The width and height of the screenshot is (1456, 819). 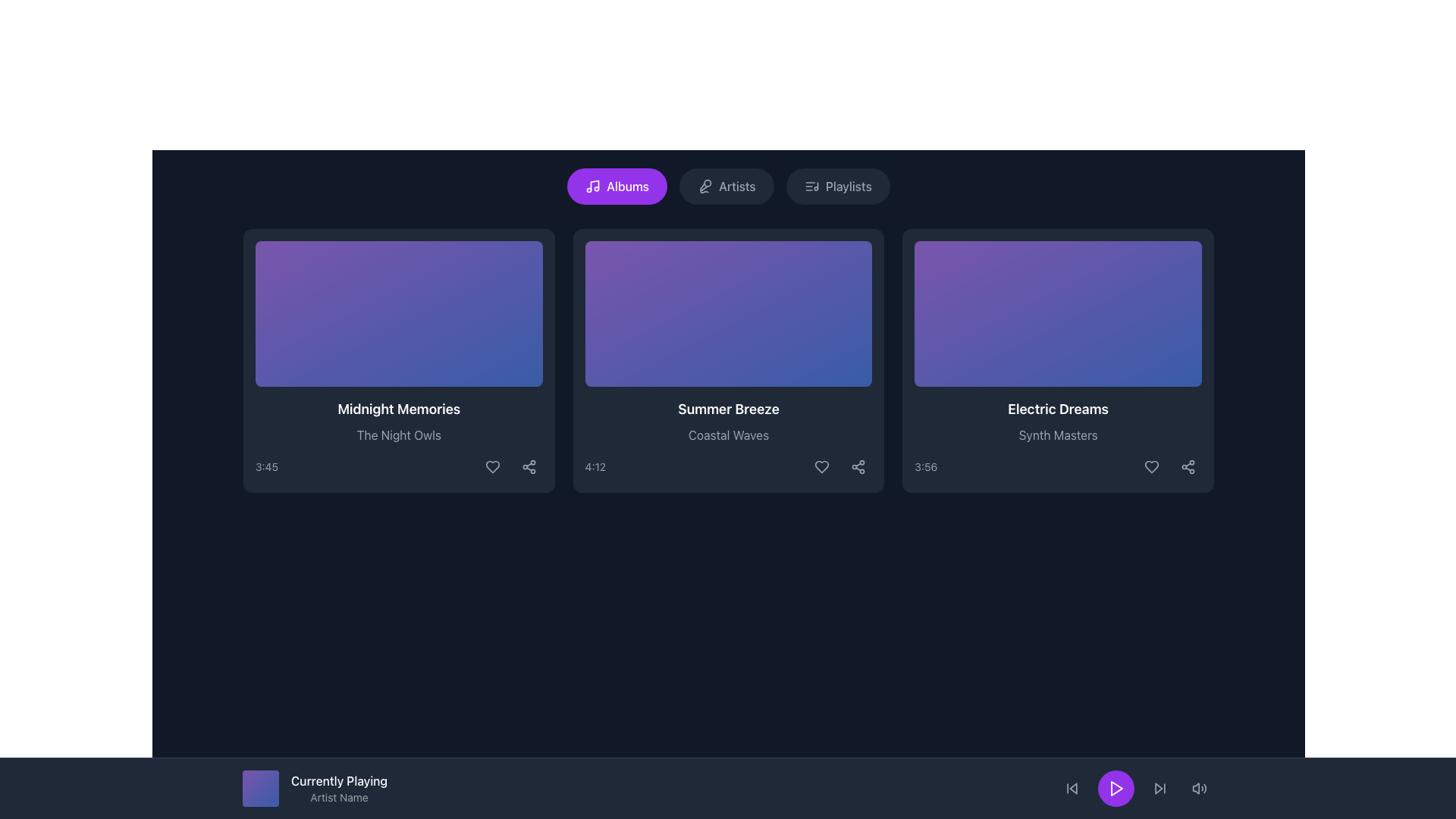 I want to click on the text label displaying 'Synth Masters' in light gray font, located beneath the 'Electric Dreams' title within the card, so click(x=1057, y=435).